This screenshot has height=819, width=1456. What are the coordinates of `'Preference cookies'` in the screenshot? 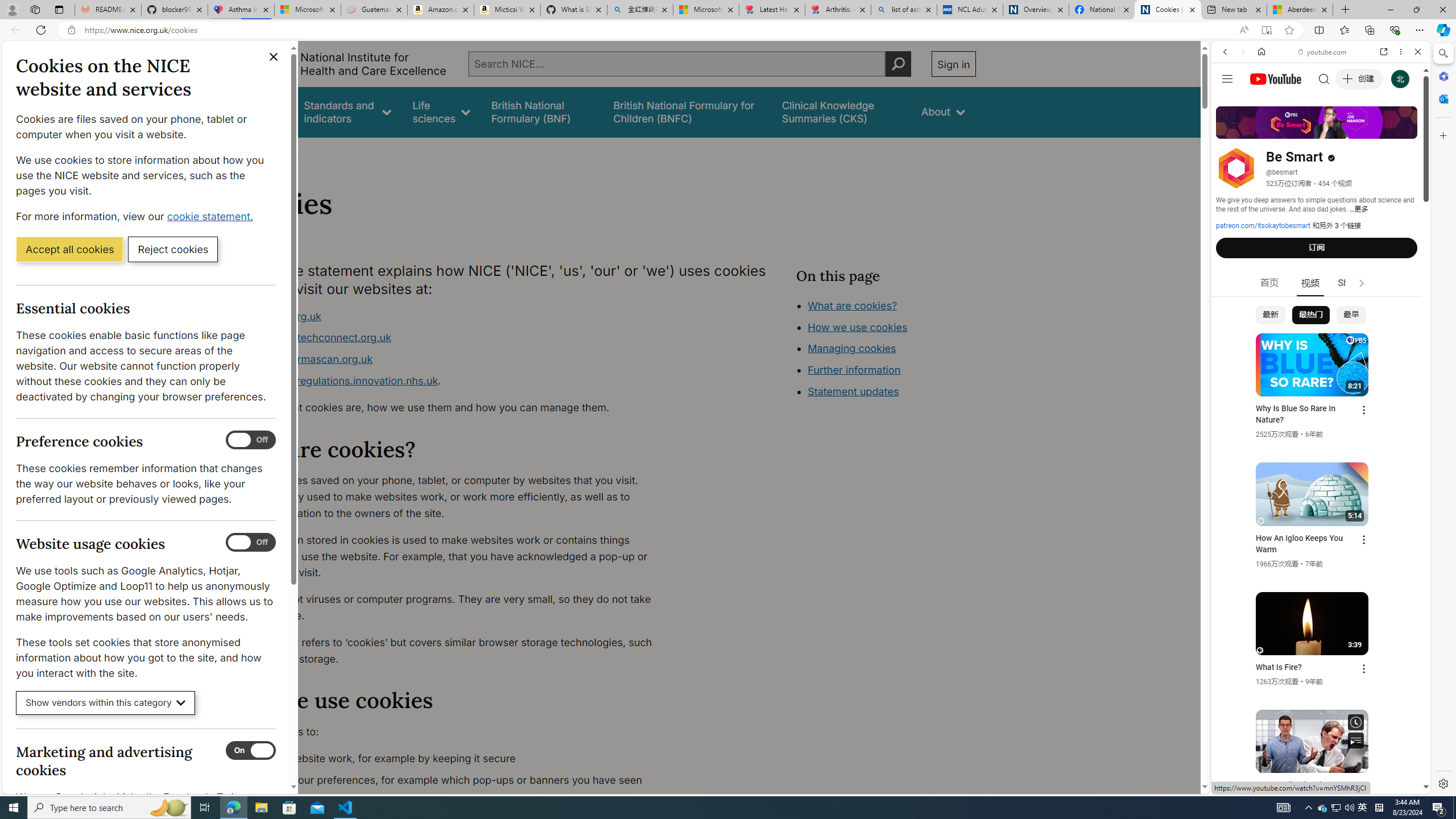 It's located at (250, 440).